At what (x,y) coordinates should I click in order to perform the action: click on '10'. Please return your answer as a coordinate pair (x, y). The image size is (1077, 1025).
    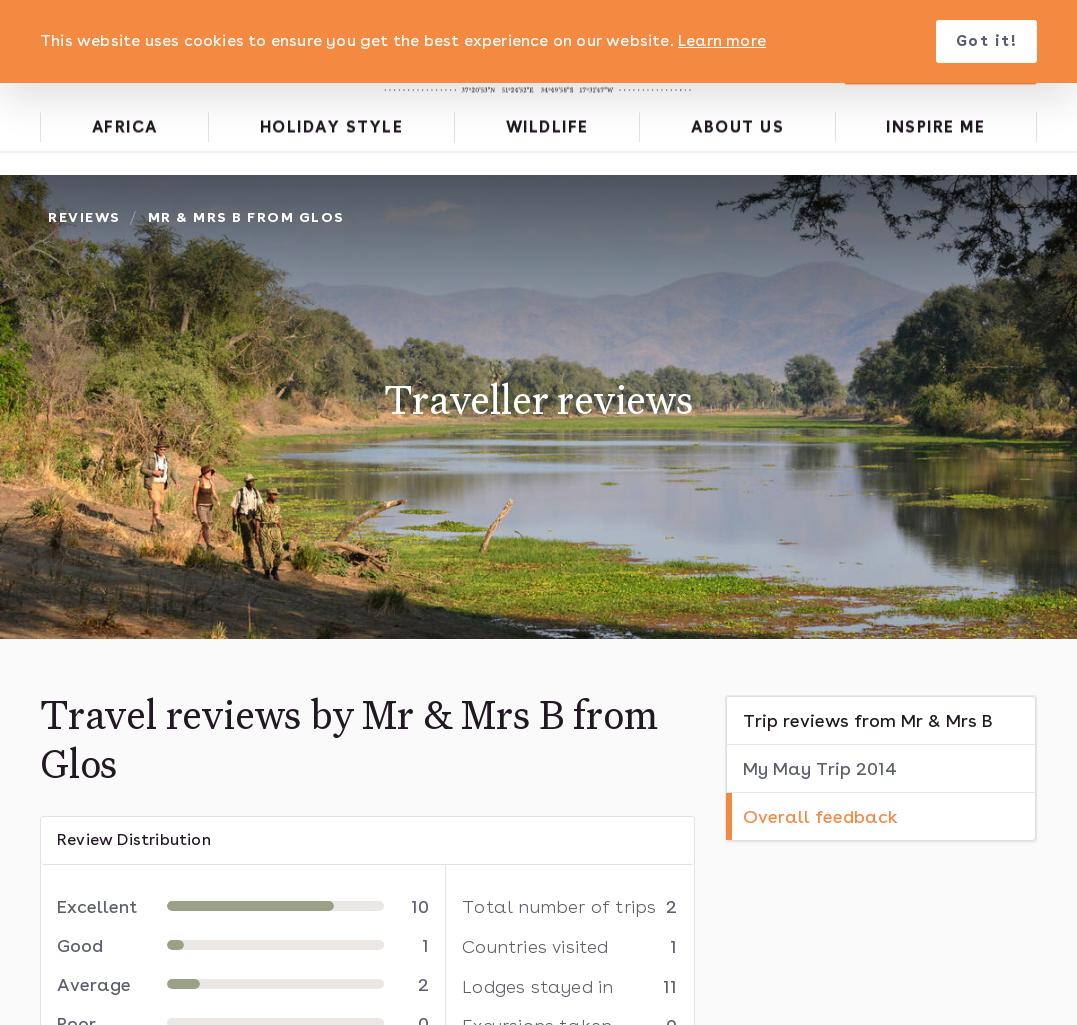
    Looking at the image, I should click on (419, 904).